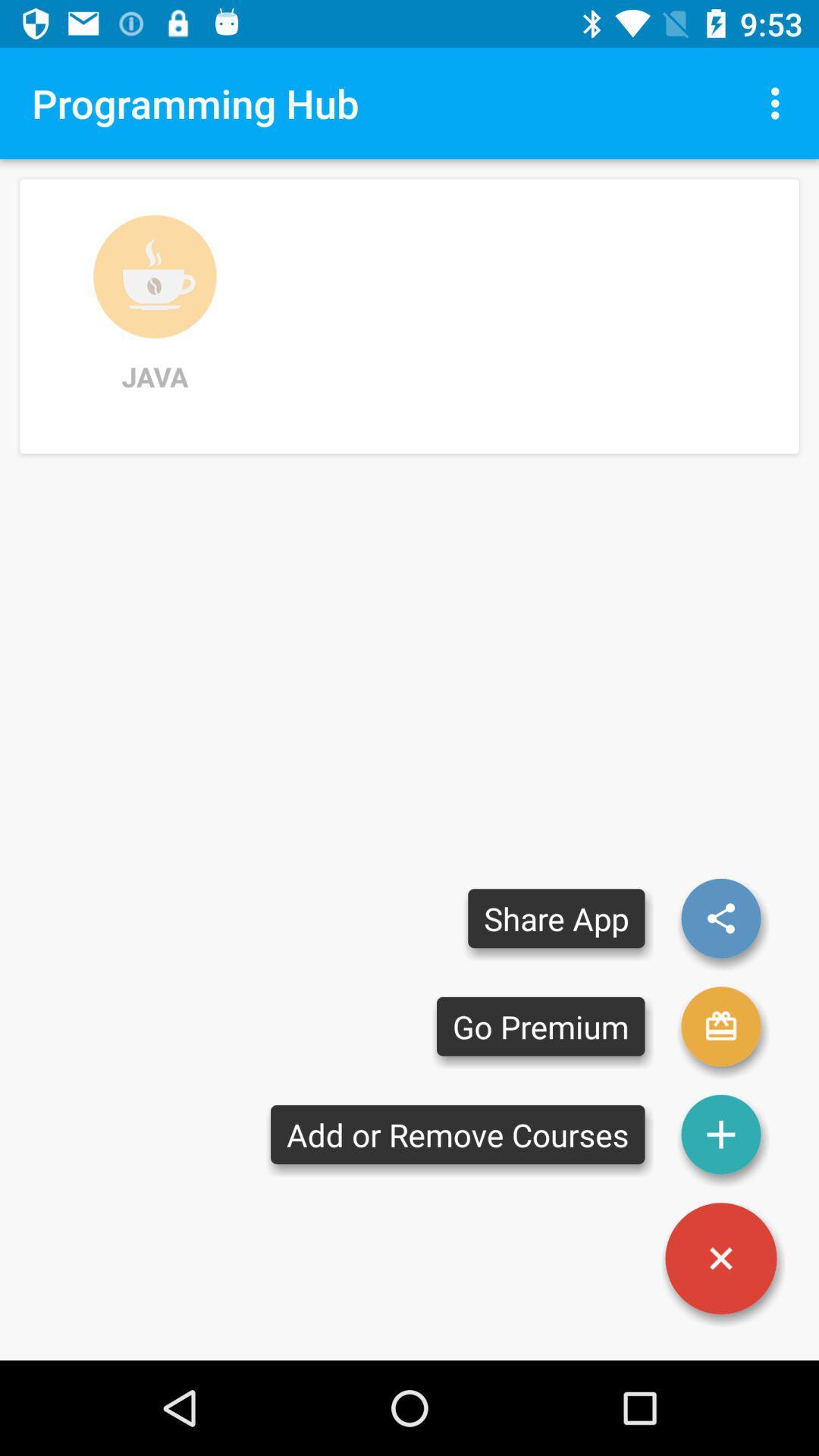 The height and width of the screenshot is (1456, 819). Describe the element at coordinates (720, 1026) in the screenshot. I see `premium offerings` at that location.